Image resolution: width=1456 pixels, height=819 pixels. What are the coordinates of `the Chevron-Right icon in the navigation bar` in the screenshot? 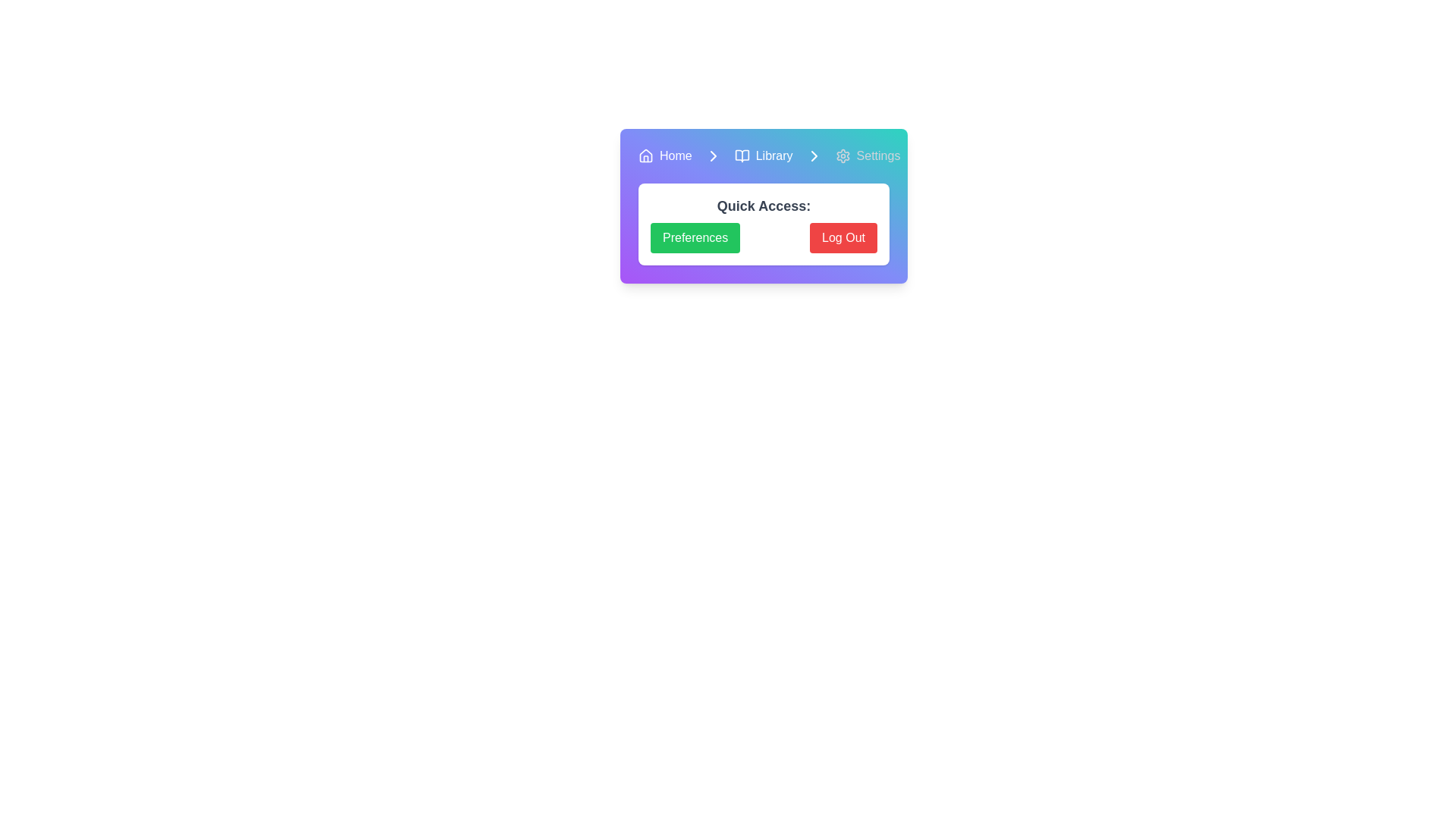 It's located at (813, 155).